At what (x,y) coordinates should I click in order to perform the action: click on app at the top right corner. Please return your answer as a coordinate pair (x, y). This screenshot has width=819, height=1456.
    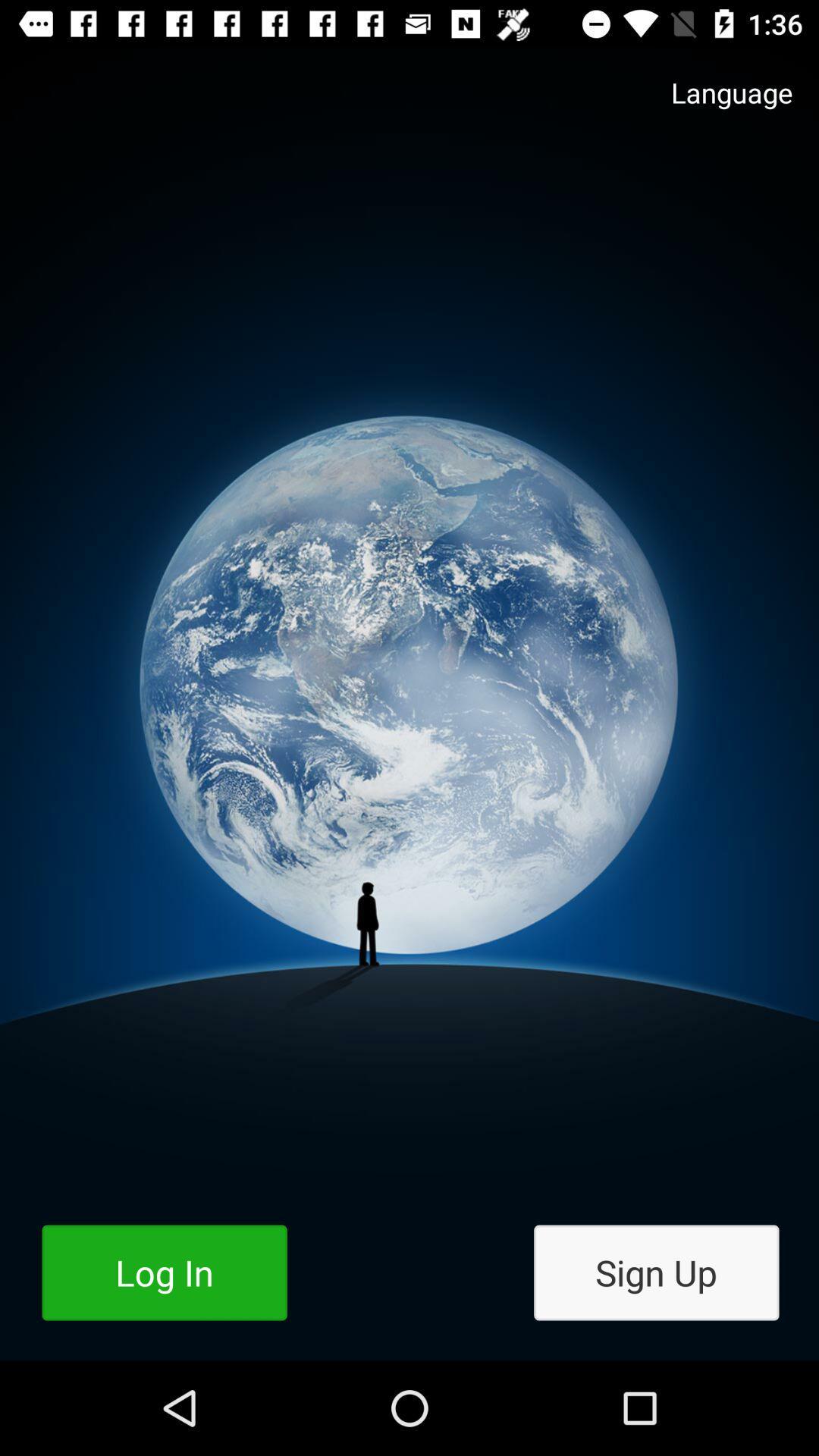
    Looking at the image, I should click on (717, 107).